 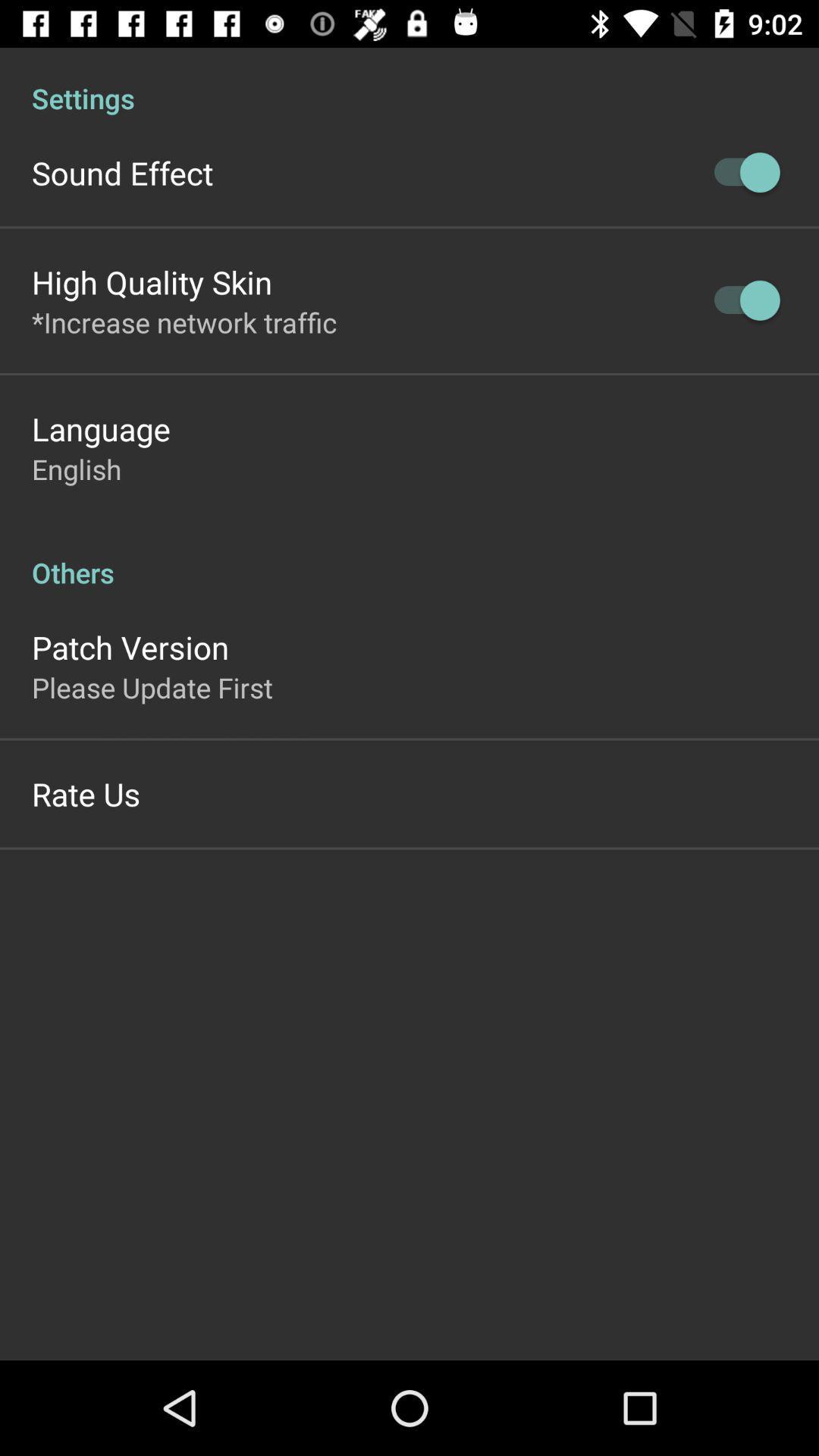 I want to click on the app above the language app, so click(x=184, y=322).